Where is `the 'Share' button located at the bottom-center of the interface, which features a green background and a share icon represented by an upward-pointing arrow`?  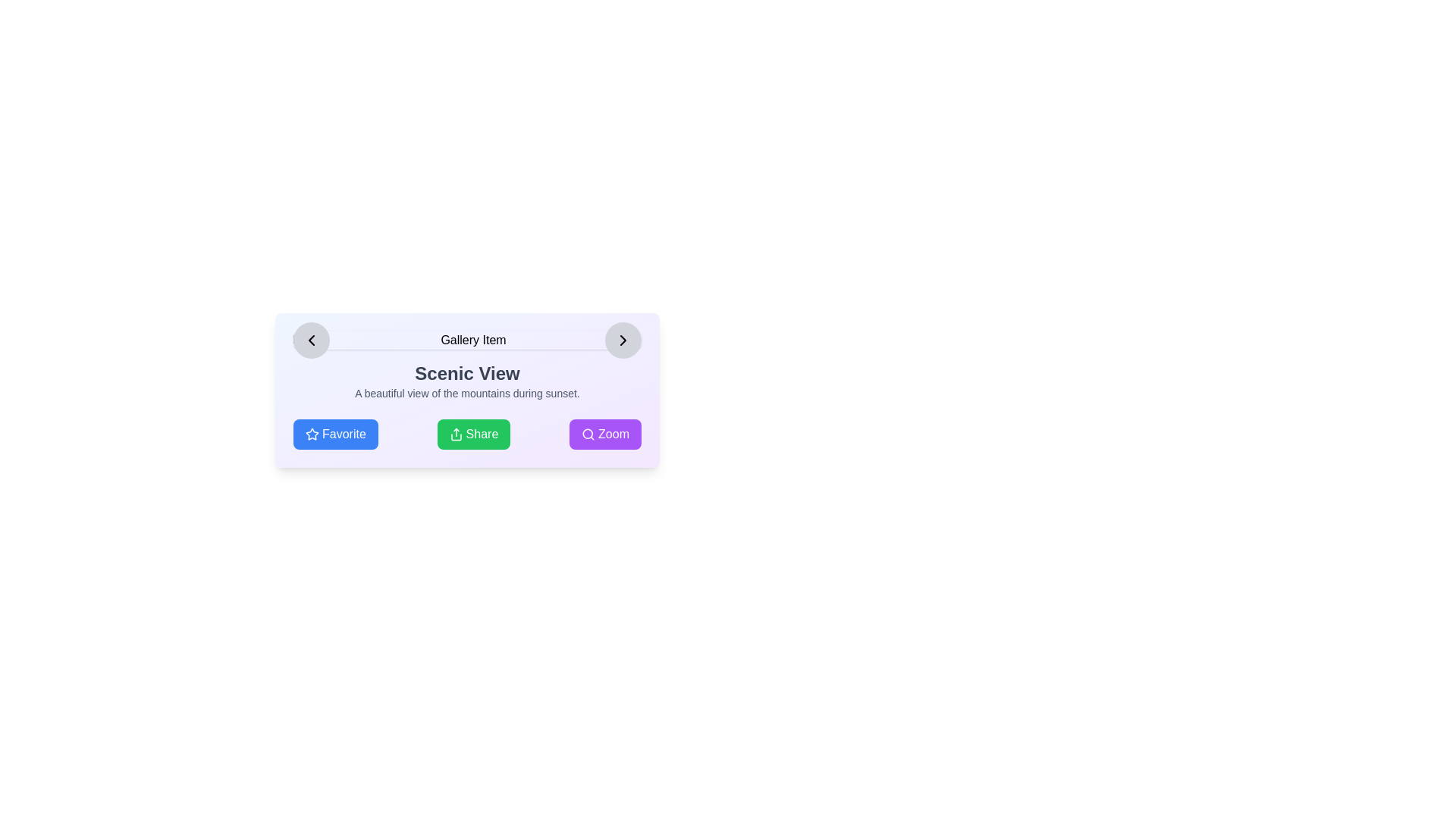 the 'Share' button located at the bottom-center of the interface, which features a green background and a share icon represented by an upward-pointing arrow is located at coordinates (455, 435).